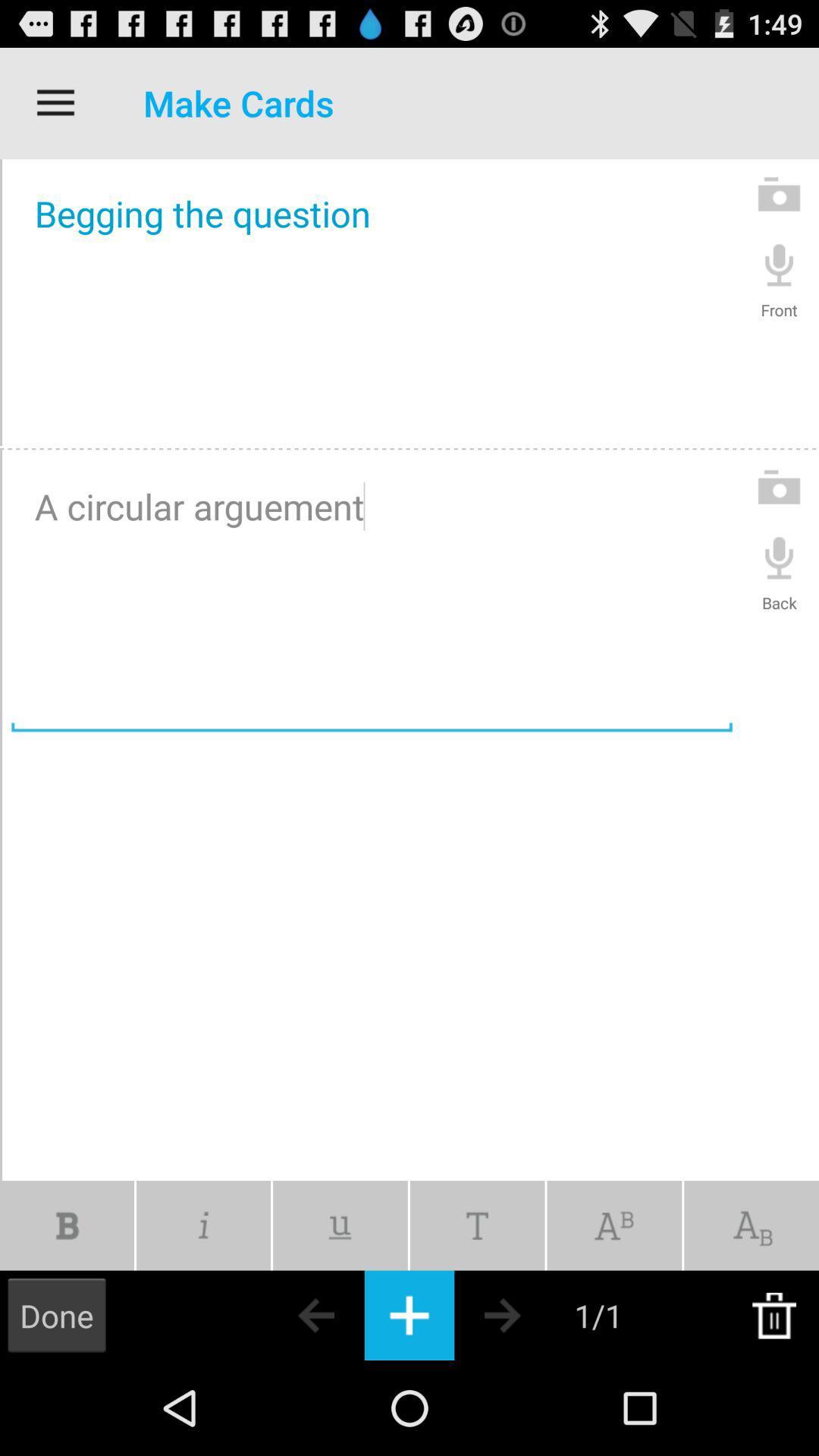 The width and height of the screenshot is (819, 1456). Describe the element at coordinates (372, 302) in the screenshot. I see `begging the question icon` at that location.